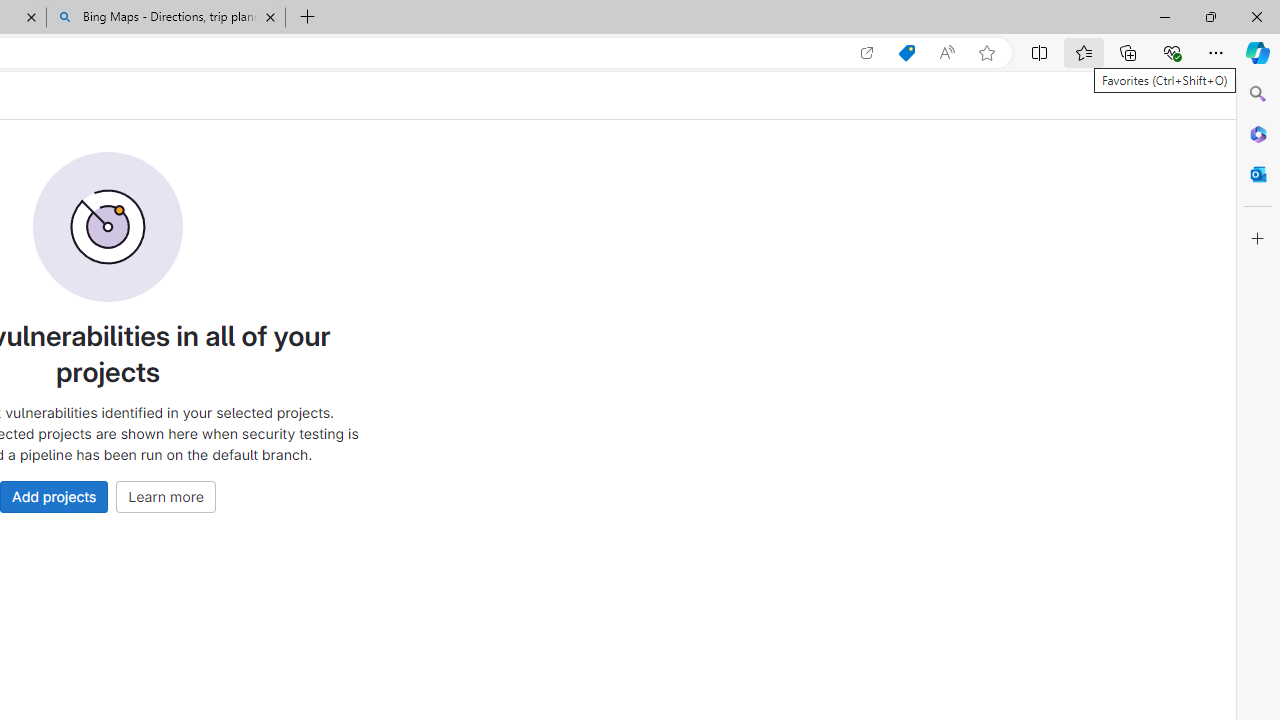  Describe the element at coordinates (54, 495) in the screenshot. I see `'Add projects'` at that location.